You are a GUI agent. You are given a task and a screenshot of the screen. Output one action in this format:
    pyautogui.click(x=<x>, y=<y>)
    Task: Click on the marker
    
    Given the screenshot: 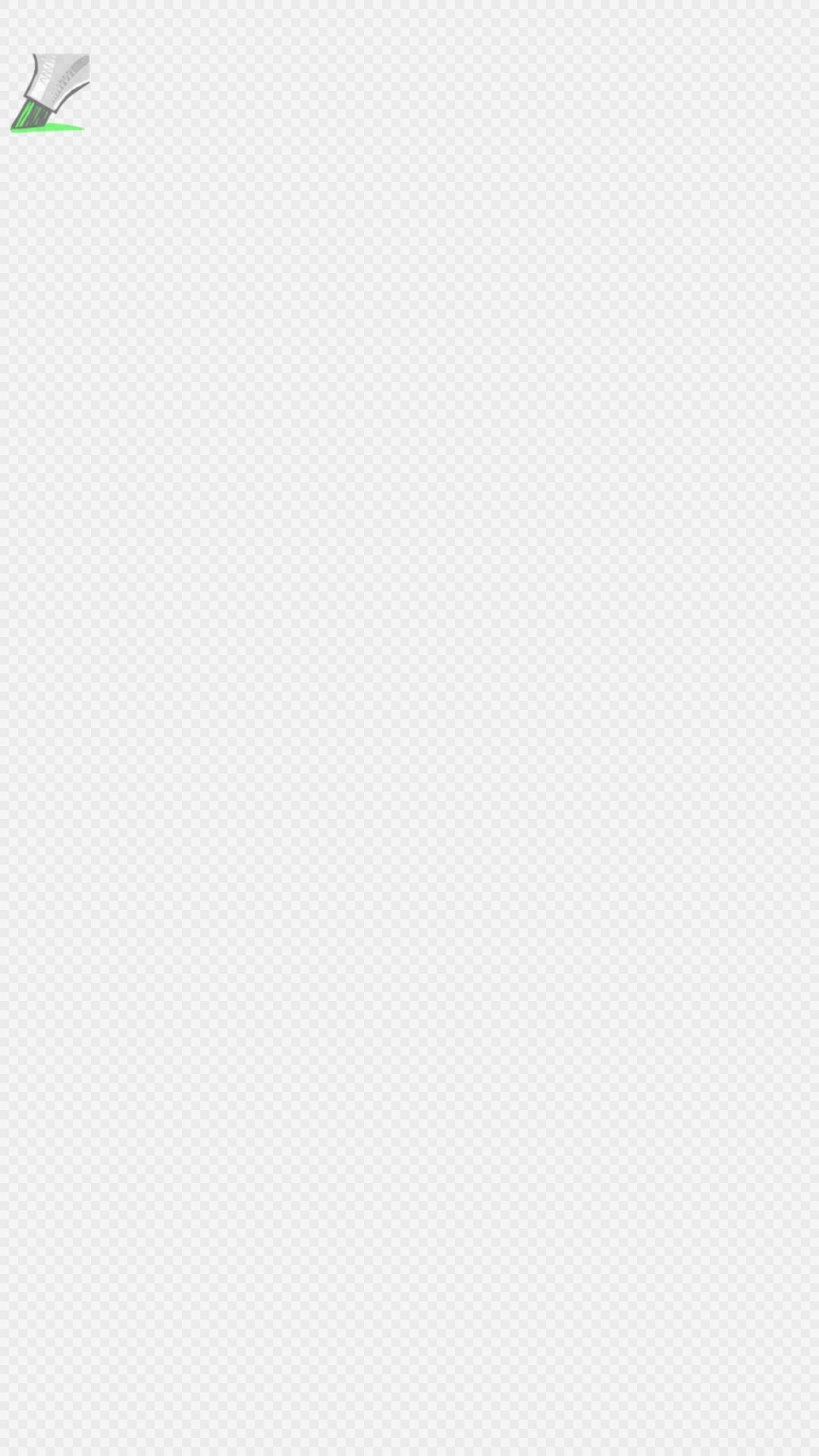 What is the action you would take?
    pyautogui.click(x=46, y=94)
    